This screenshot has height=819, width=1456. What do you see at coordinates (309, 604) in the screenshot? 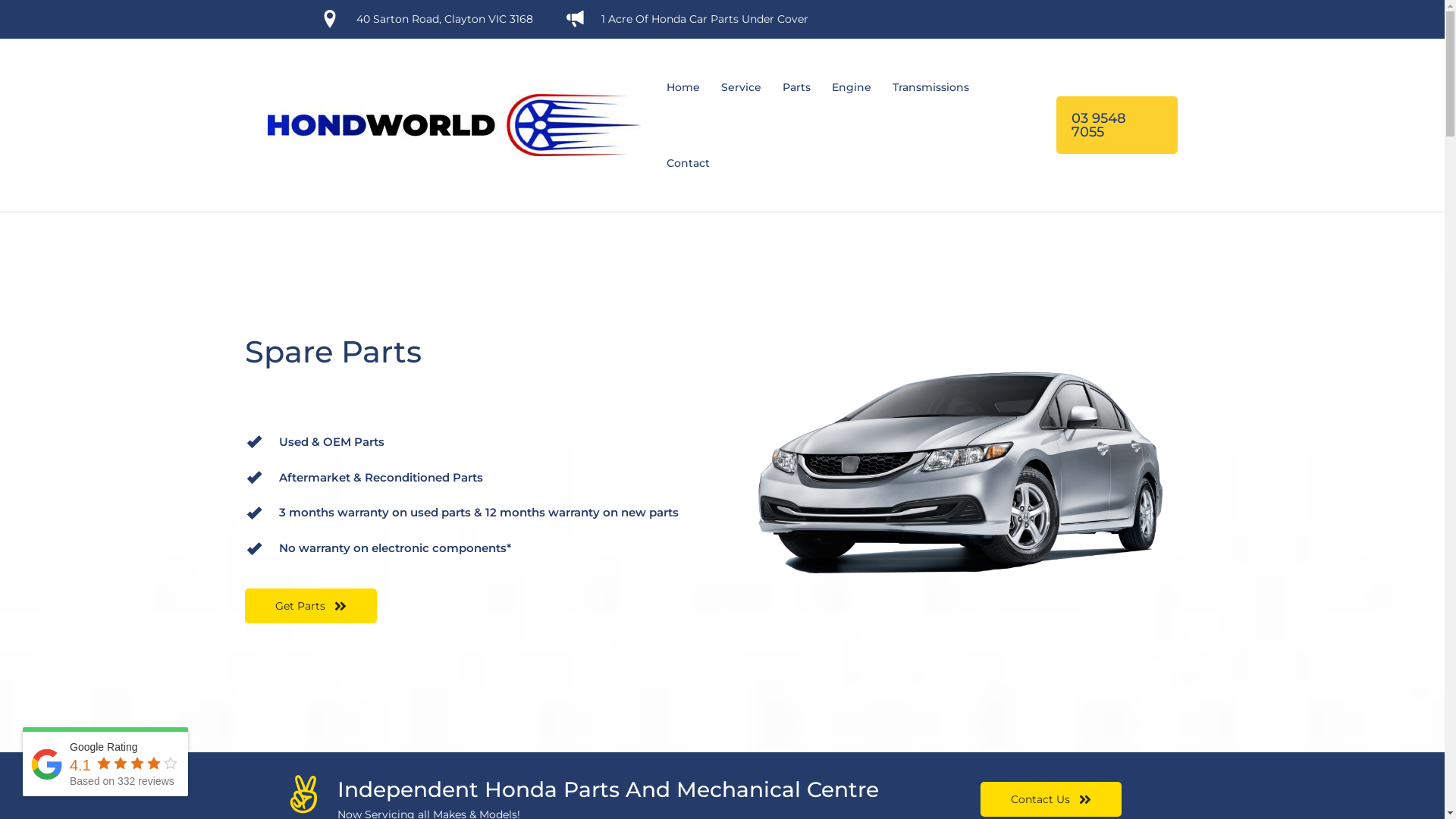
I see `'Get Parts'` at bounding box center [309, 604].